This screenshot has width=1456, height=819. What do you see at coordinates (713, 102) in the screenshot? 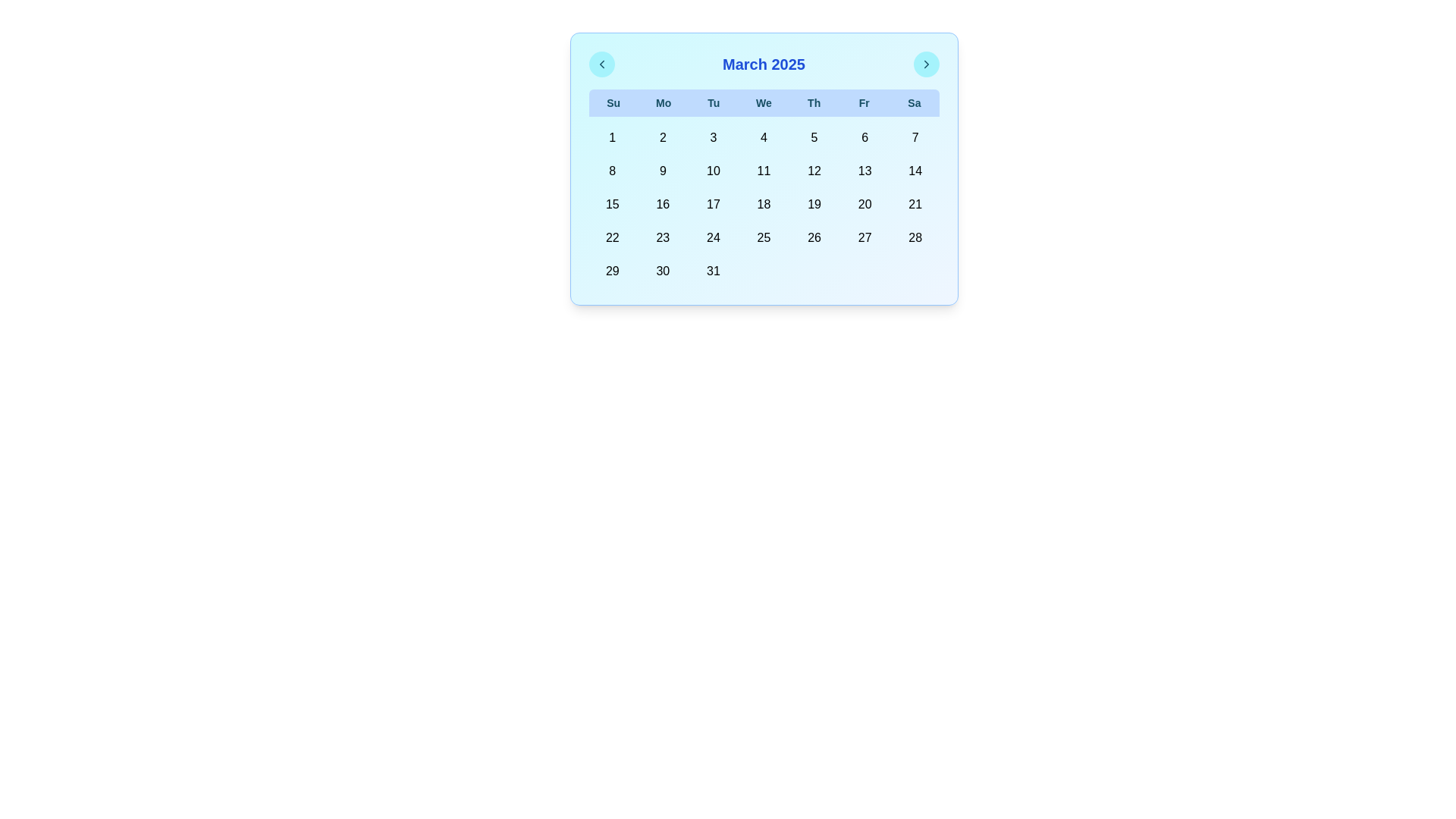
I see `the text label 'Tu' in bold cyan font, which represents Tuesday in the weekly header of the calendar, located beneath 'March 2025'` at bounding box center [713, 102].